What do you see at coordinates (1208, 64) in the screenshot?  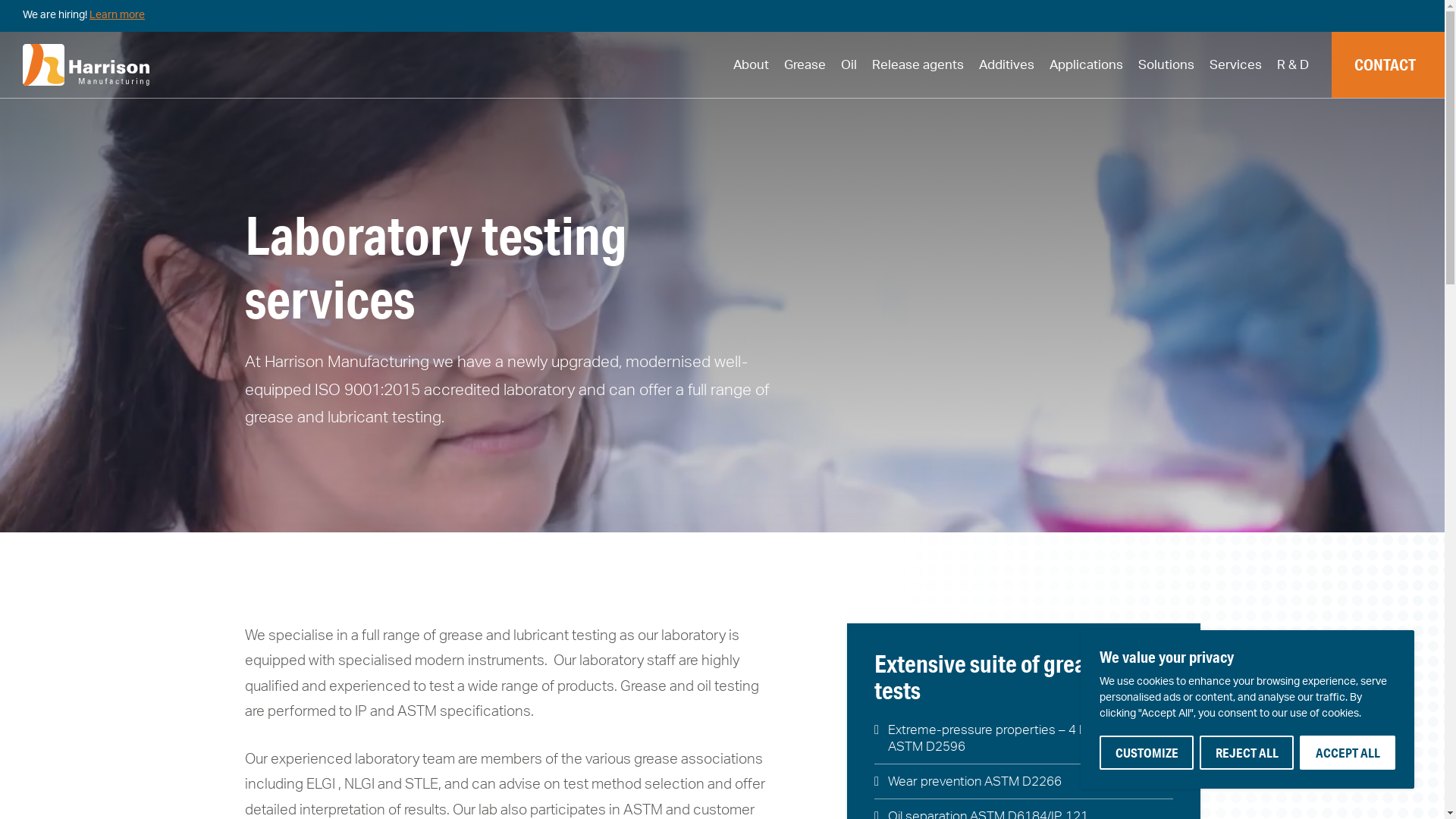 I see `'Services'` at bounding box center [1208, 64].